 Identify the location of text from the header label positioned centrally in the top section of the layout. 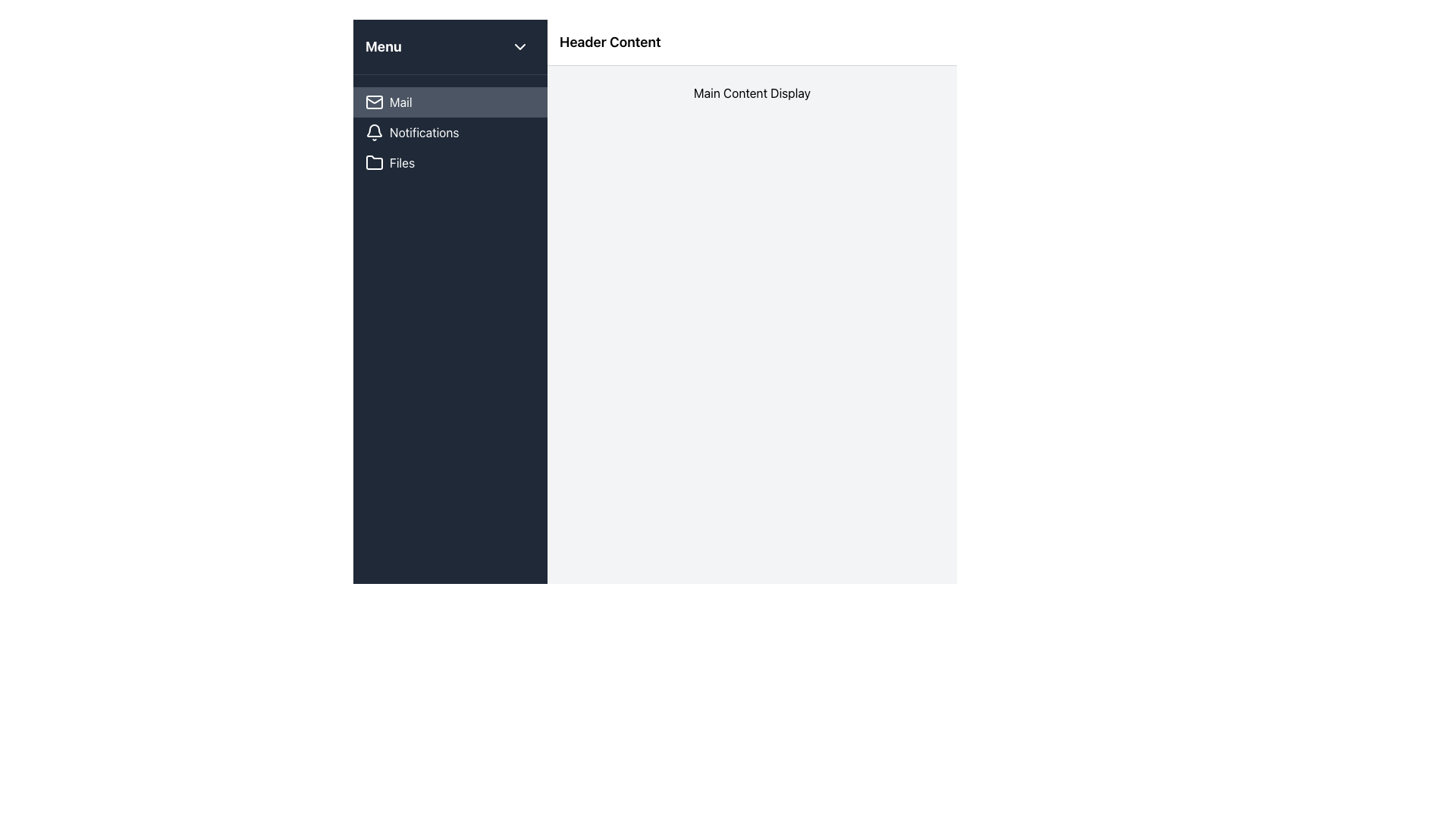
(610, 42).